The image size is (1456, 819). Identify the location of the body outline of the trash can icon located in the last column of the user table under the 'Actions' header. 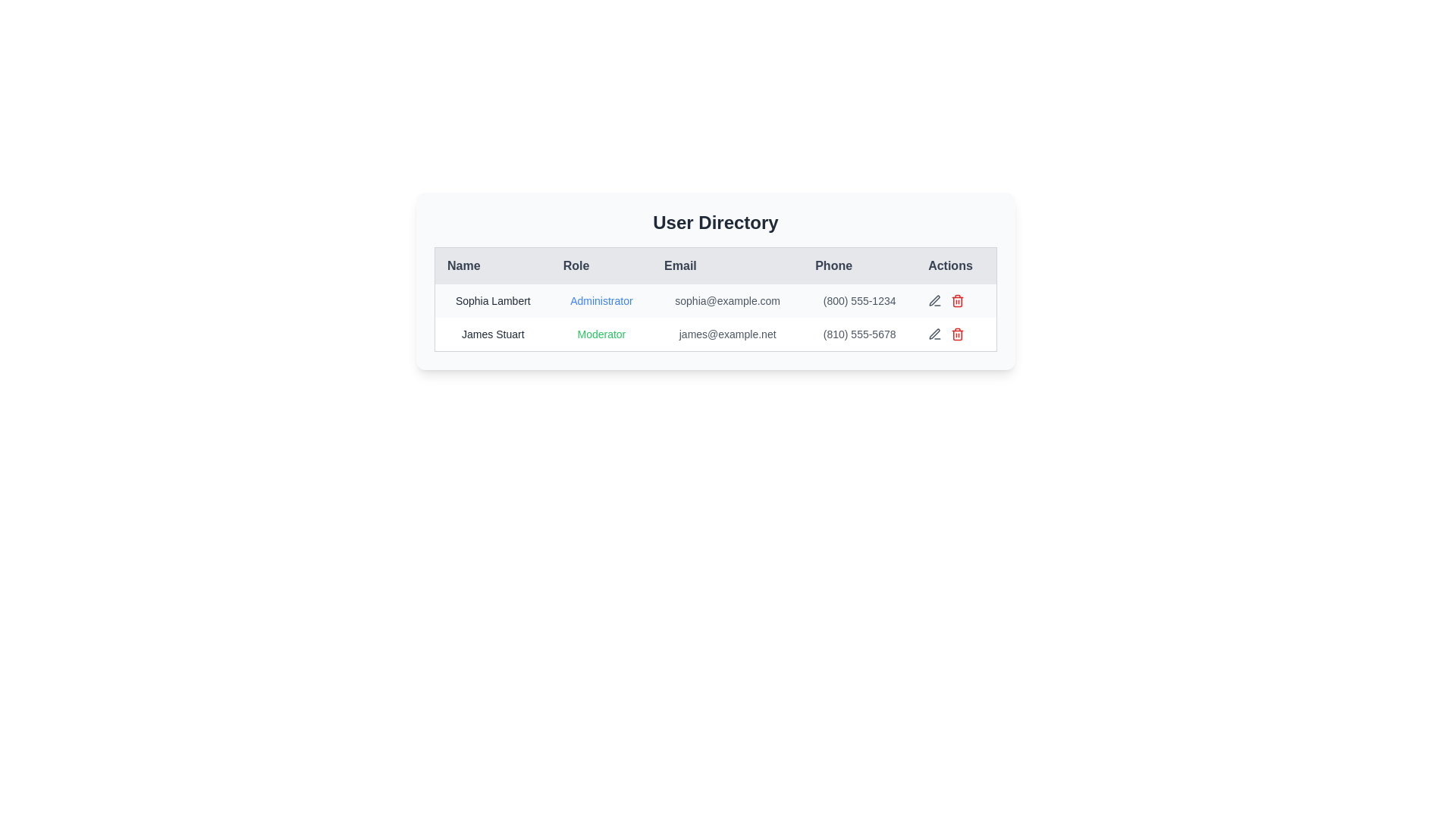
(957, 334).